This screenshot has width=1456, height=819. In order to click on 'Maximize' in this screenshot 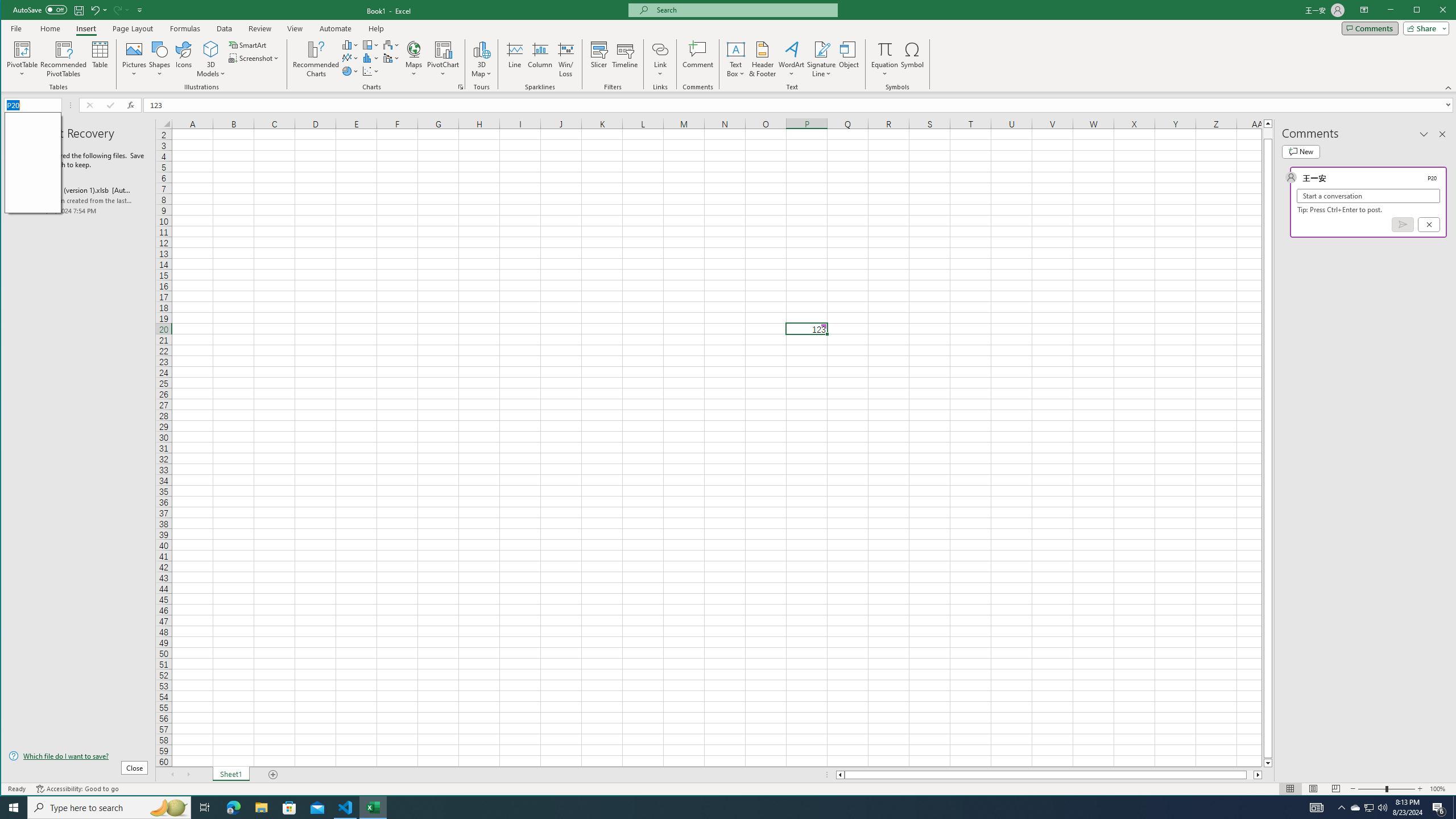, I will do `click(1433, 11)`.